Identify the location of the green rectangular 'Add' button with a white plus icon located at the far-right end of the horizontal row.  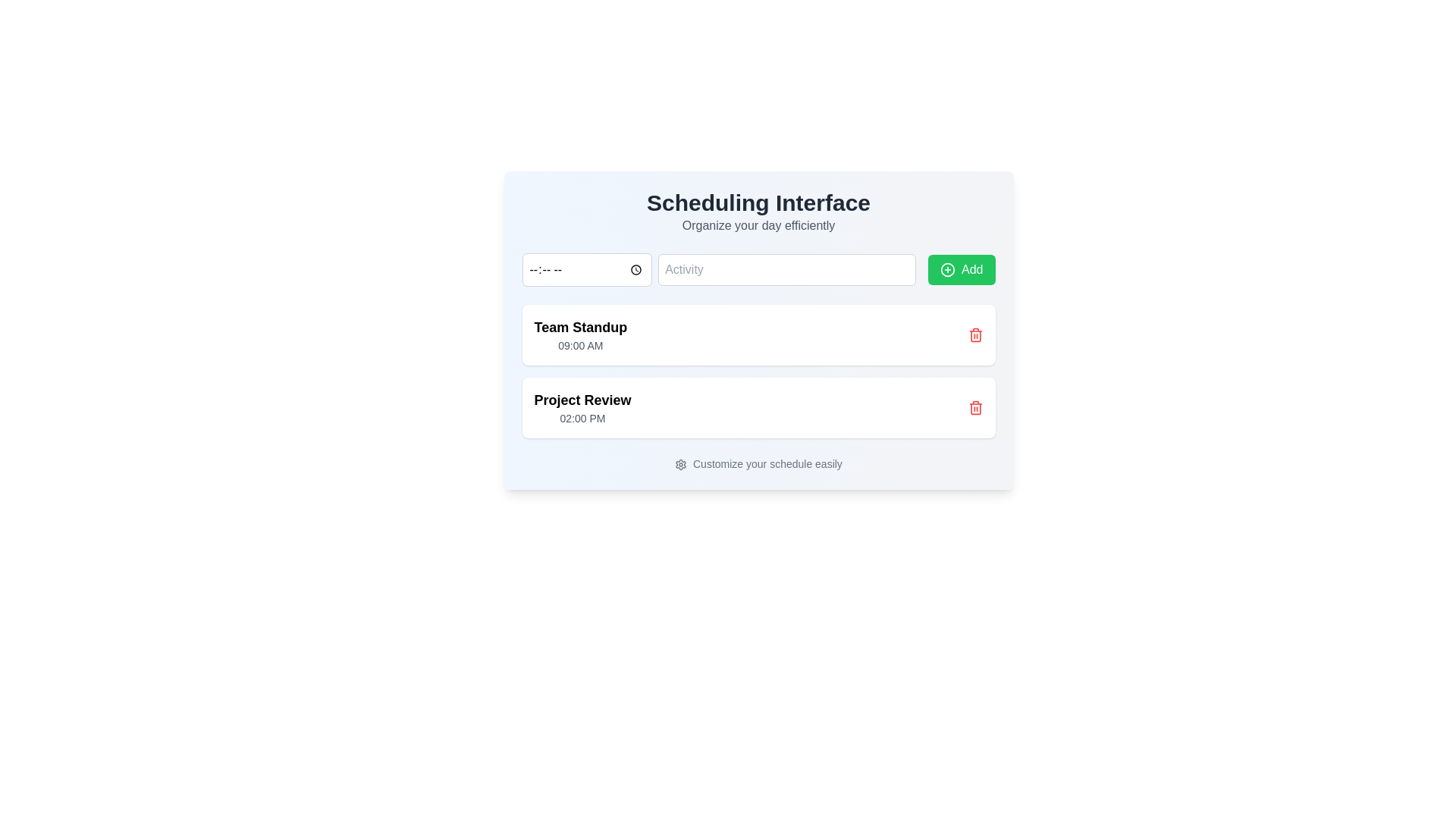
(960, 268).